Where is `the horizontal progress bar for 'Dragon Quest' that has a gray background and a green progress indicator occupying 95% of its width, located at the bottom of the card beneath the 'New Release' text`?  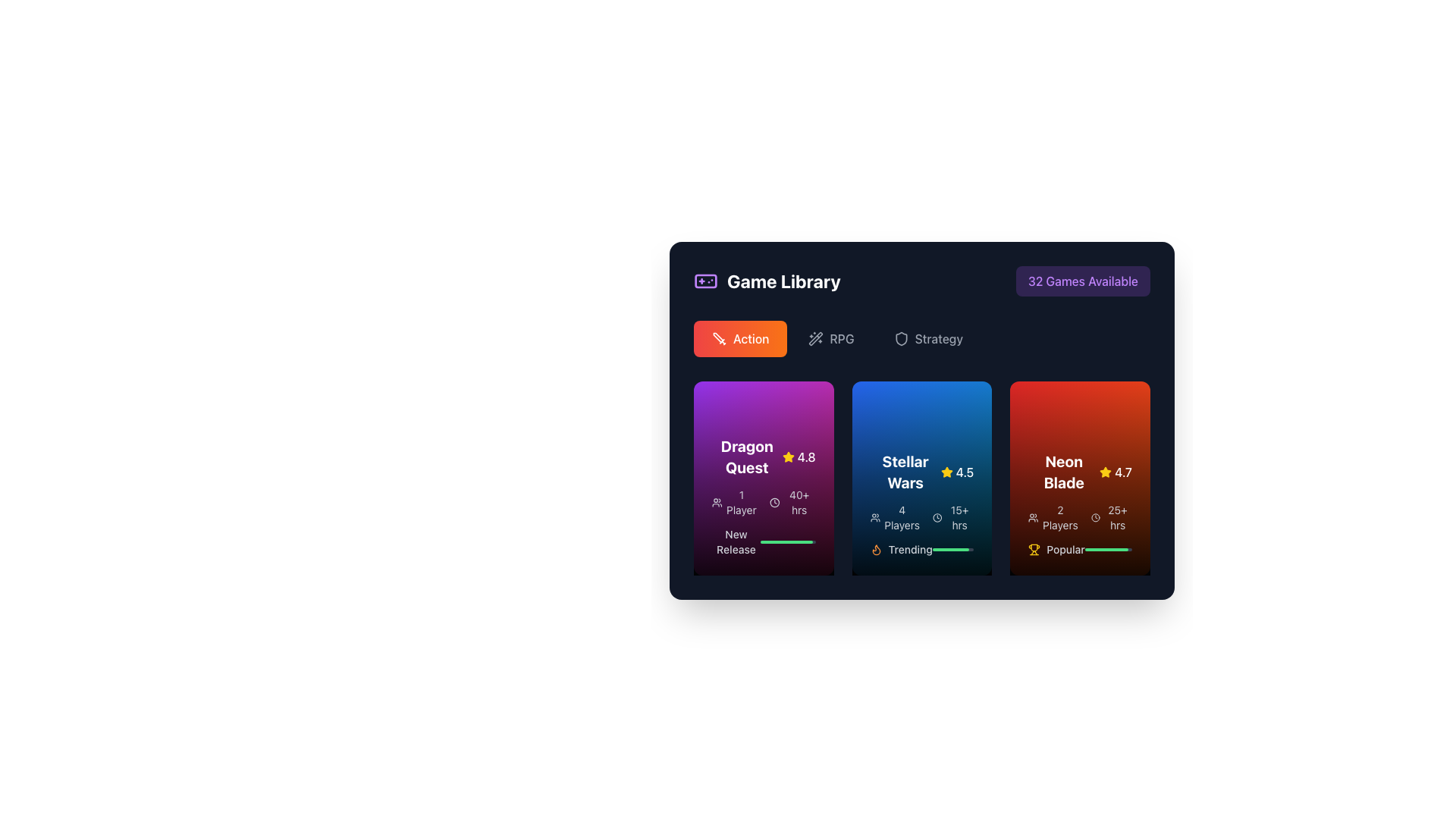 the horizontal progress bar for 'Dragon Quest' that has a gray background and a green progress indicator occupying 95% of its width, located at the bottom of the card beneath the 'New Release' text is located at coordinates (788, 541).